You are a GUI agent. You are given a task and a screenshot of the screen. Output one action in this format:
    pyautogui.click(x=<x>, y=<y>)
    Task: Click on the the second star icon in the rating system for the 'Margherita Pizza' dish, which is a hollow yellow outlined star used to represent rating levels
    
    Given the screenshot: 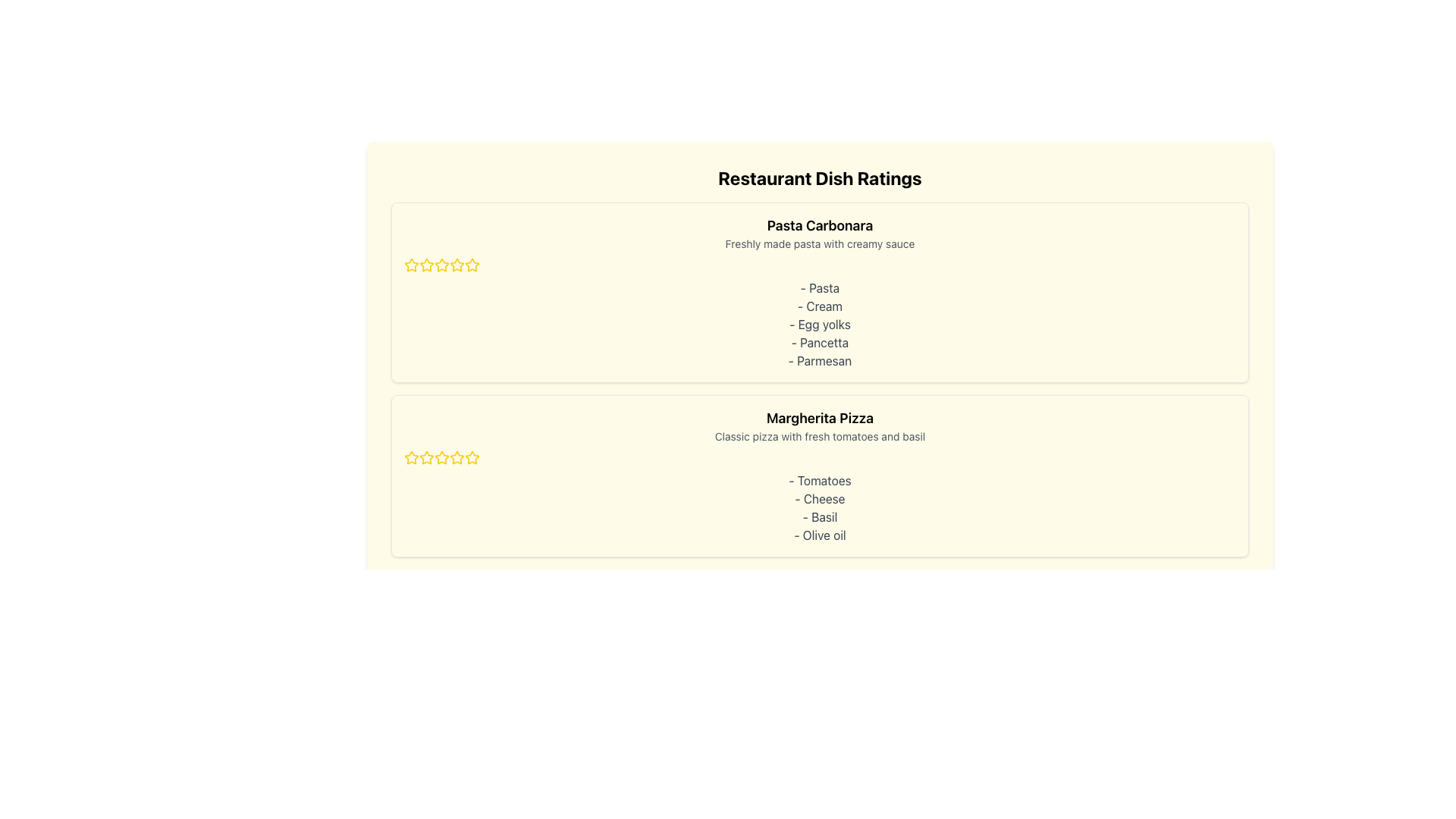 What is the action you would take?
    pyautogui.click(x=441, y=457)
    